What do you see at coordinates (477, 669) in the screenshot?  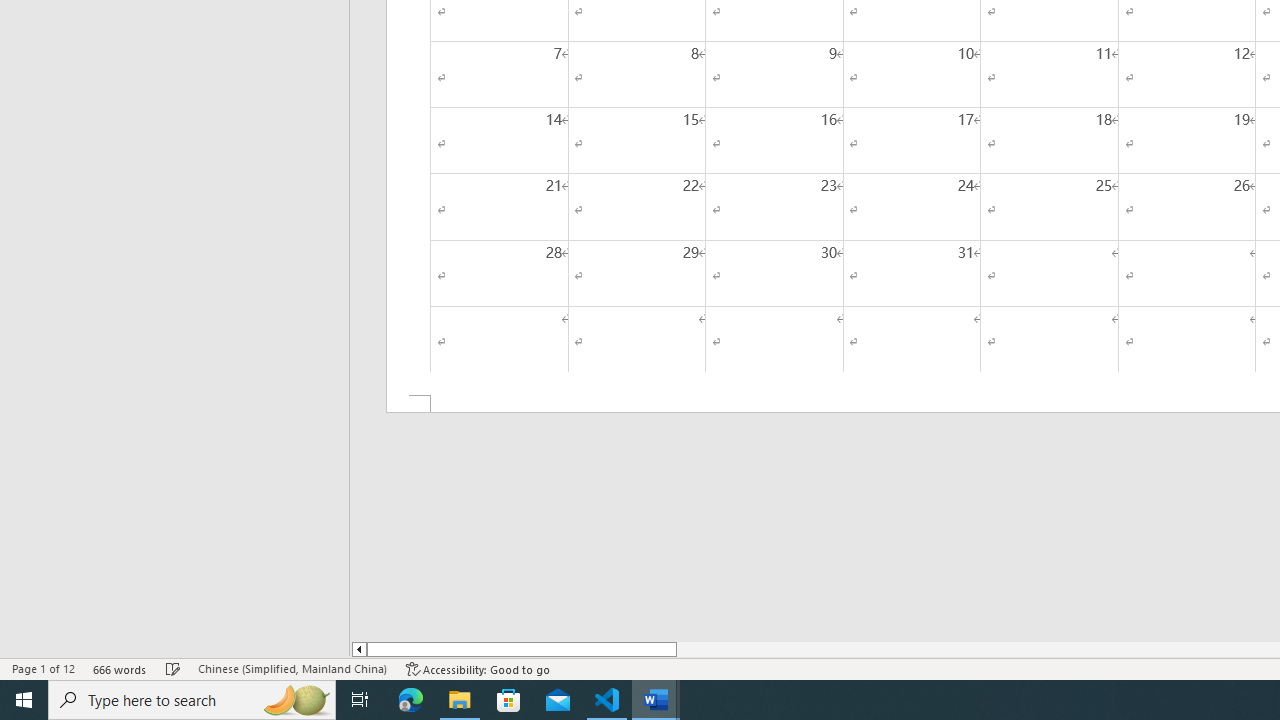 I see `'Accessibility Checker Accessibility: Good to go'` at bounding box center [477, 669].